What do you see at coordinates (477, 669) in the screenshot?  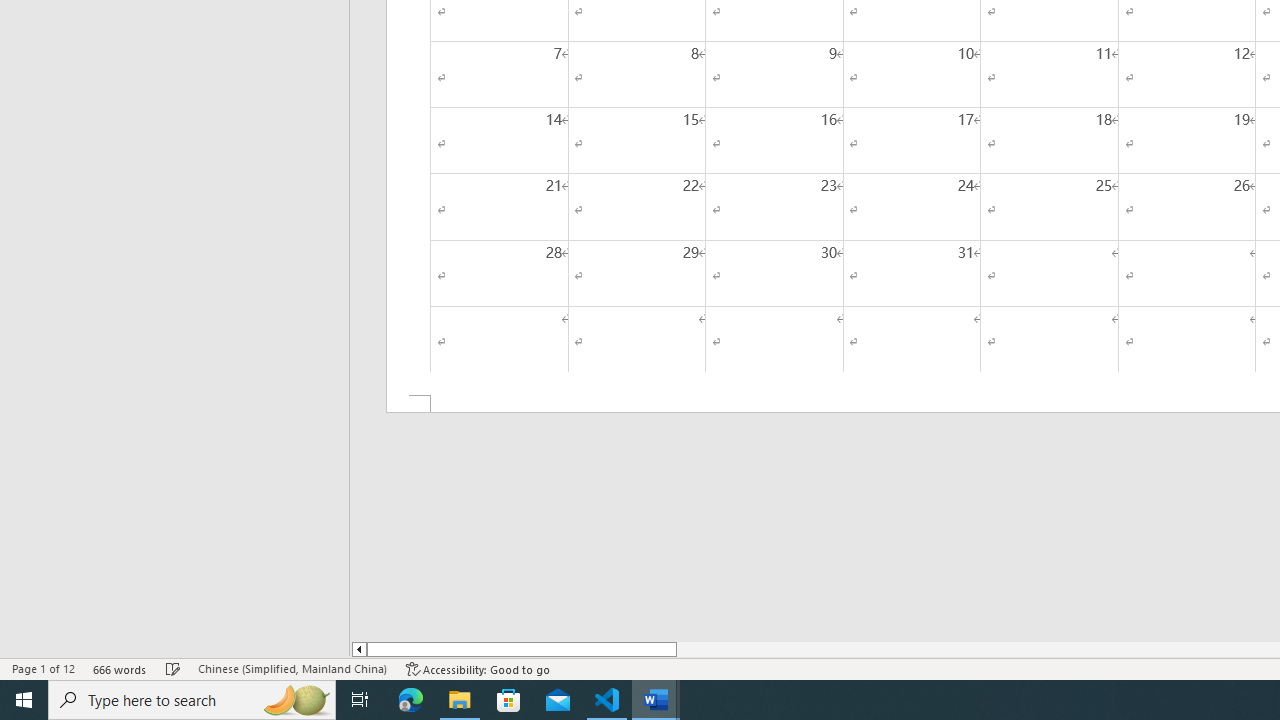 I see `'Accessibility Checker Accessibility: Good to go'` at bounding box center [477, 669].